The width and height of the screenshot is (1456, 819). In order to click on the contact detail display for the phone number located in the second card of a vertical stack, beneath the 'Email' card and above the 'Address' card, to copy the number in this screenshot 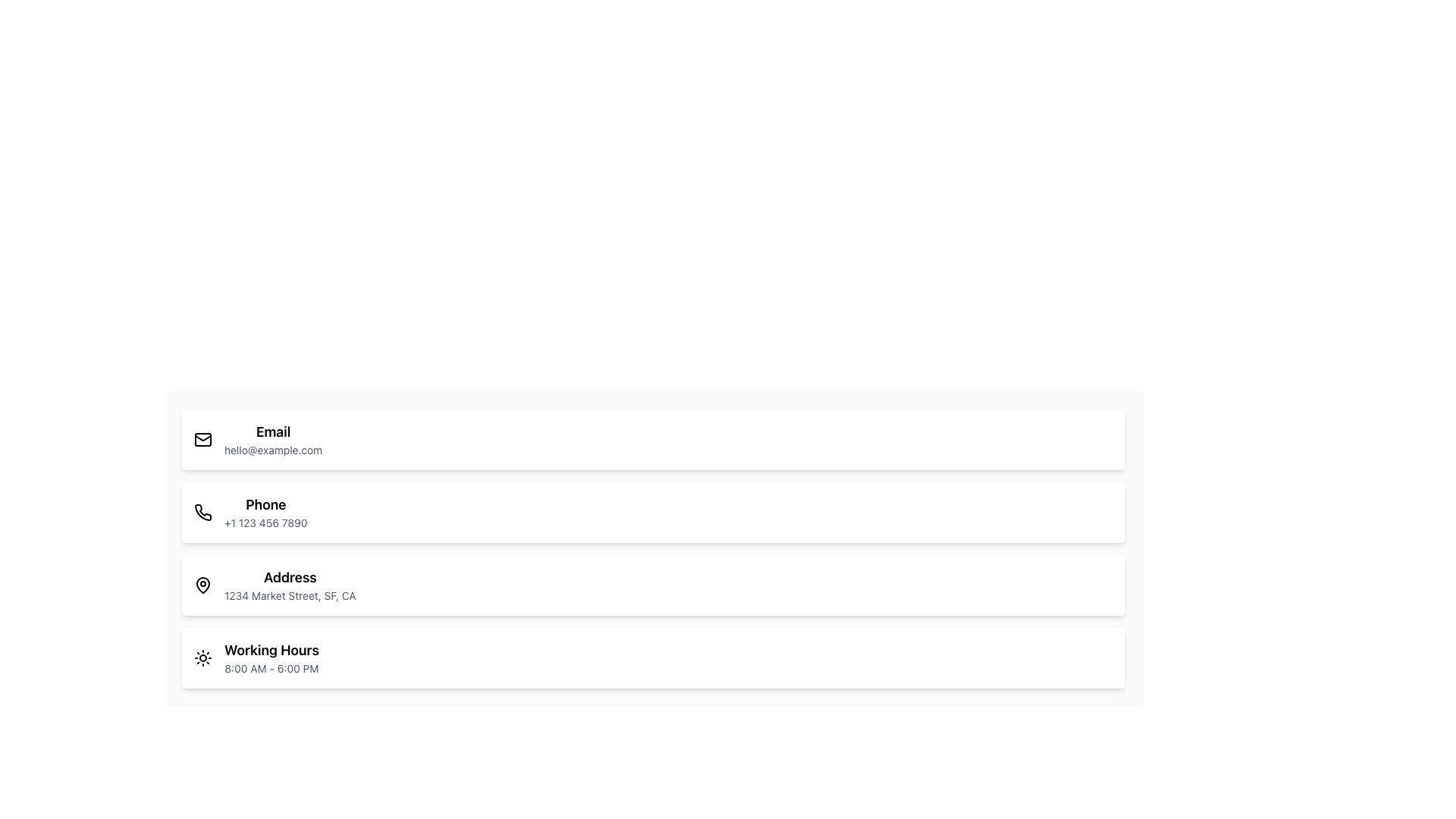, I will do `click(265, 512)`.